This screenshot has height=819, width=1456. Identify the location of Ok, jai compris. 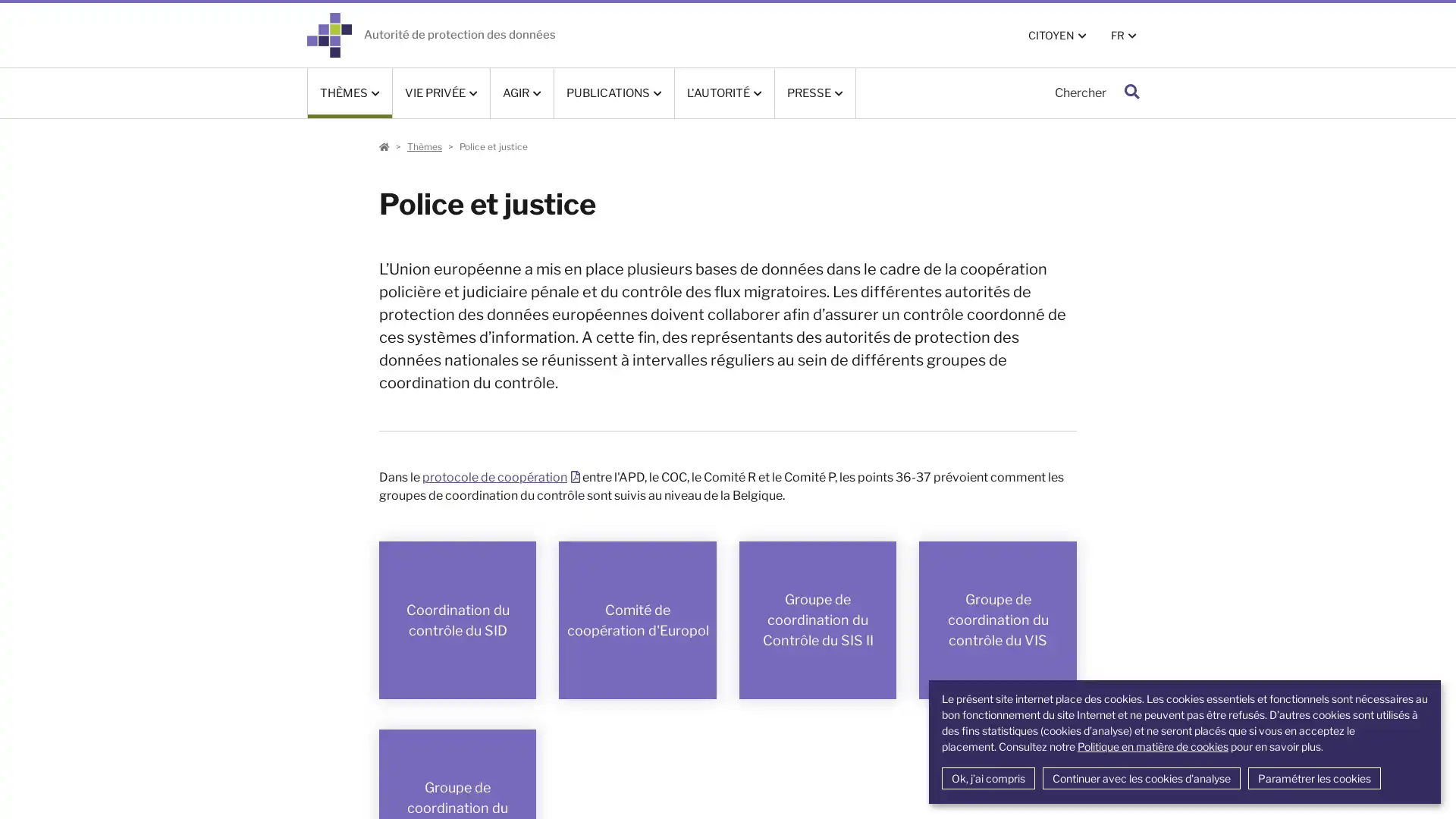
(987, 778).